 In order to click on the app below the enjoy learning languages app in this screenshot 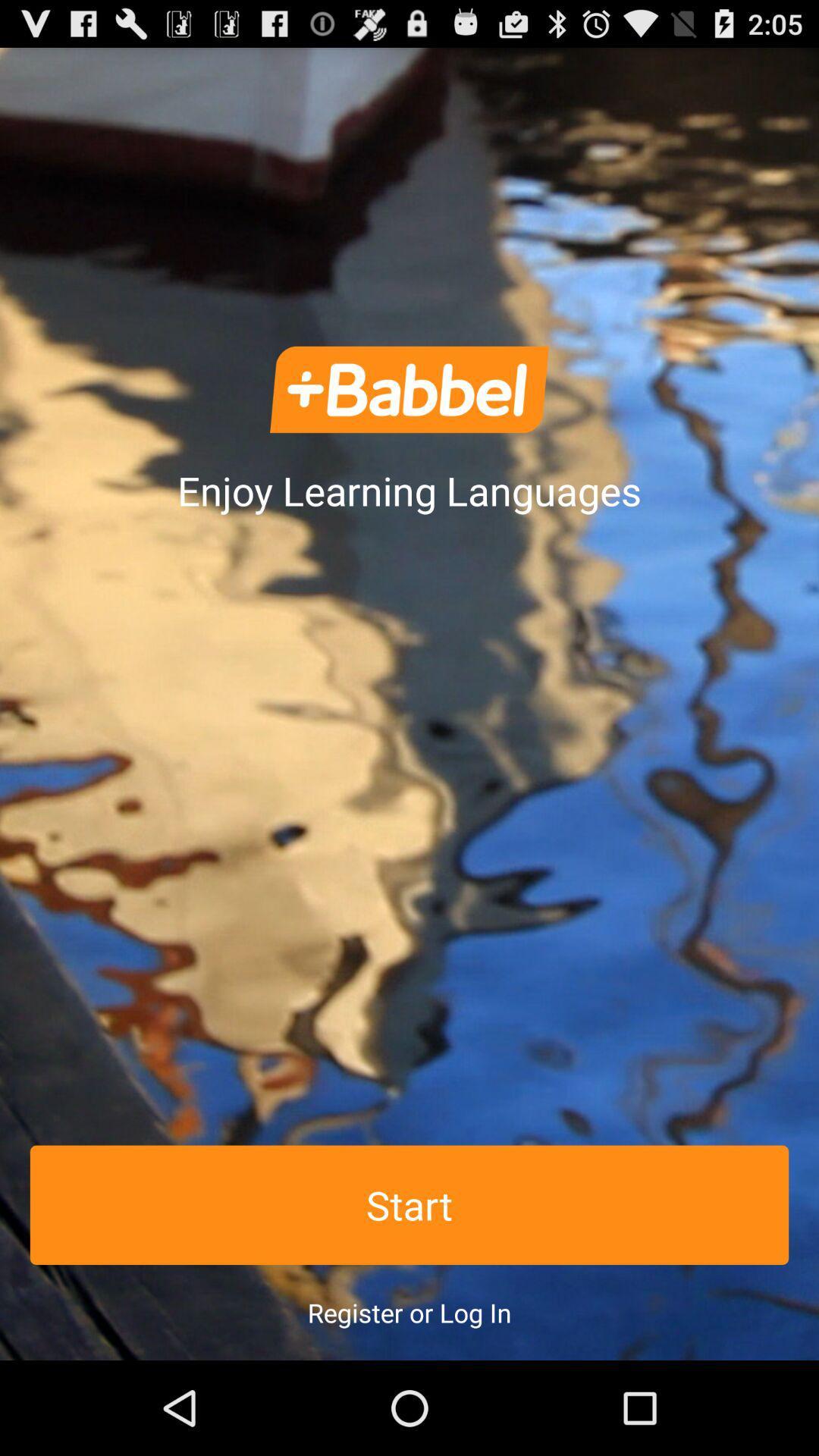, I will do `click(409, 1204)`.